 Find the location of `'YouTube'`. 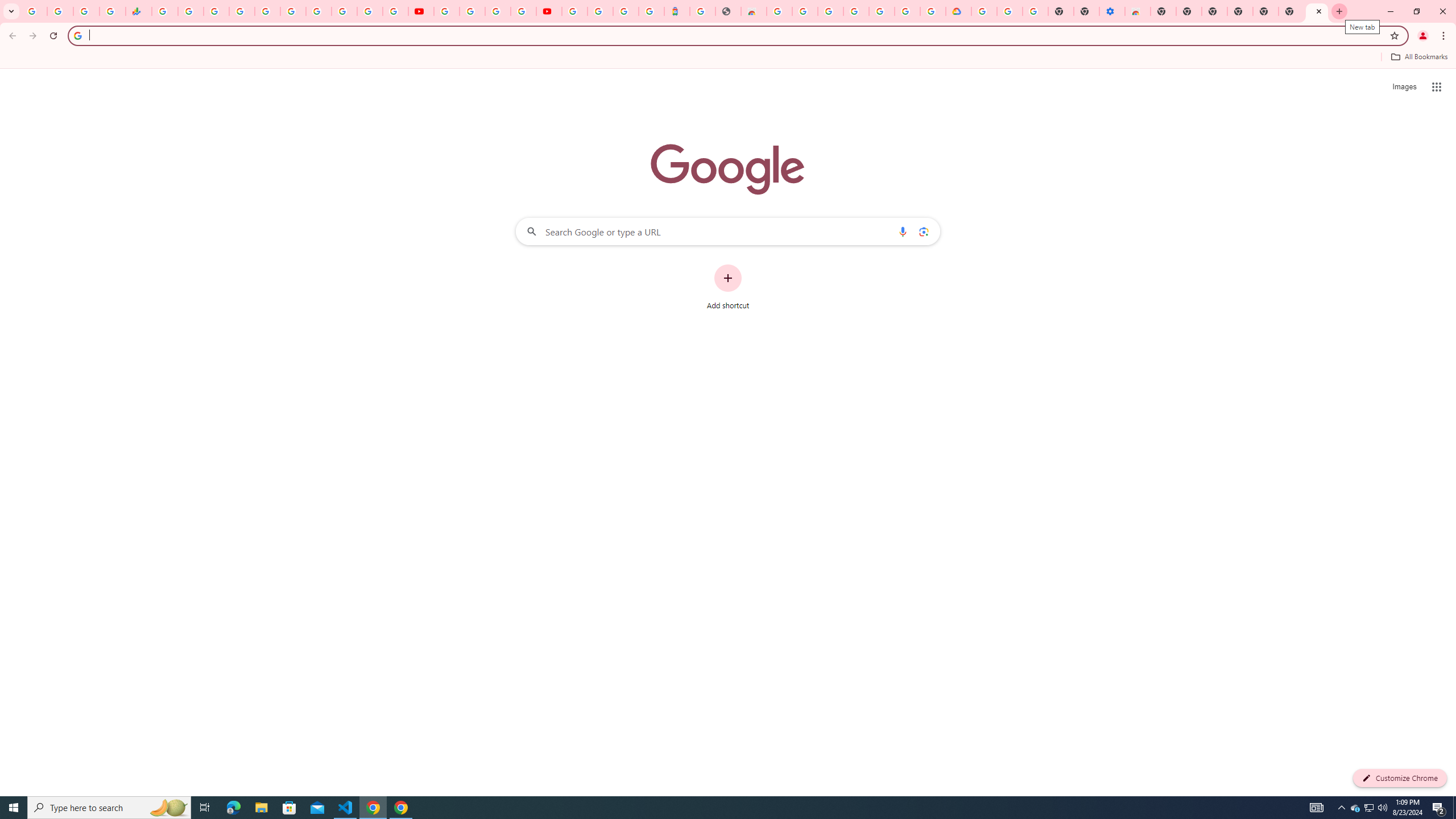

'YouTube' is located at coordinates (446, 11).